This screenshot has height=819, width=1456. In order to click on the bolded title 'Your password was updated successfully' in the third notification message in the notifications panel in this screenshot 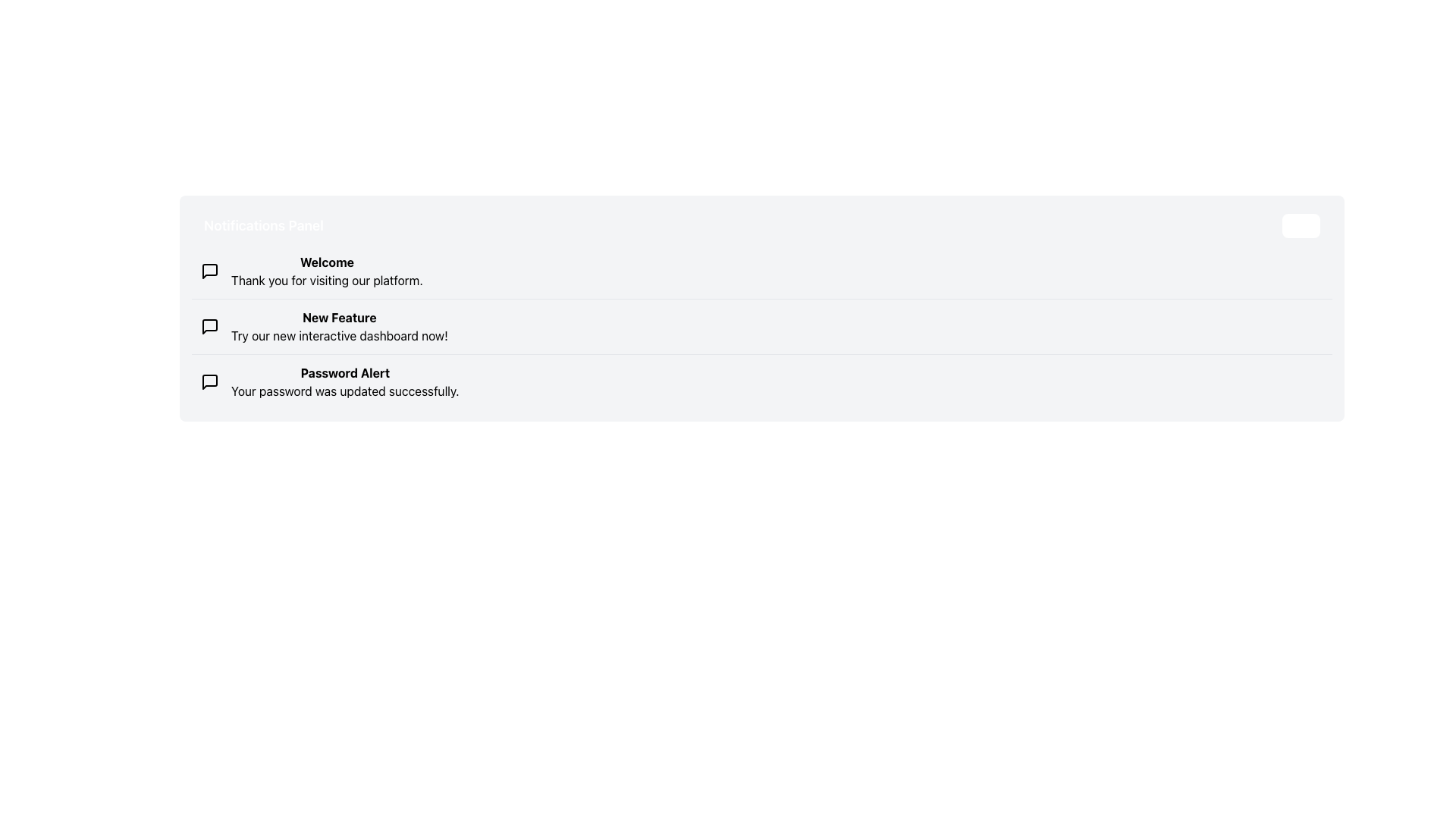, I will do `click(344, 373)`.